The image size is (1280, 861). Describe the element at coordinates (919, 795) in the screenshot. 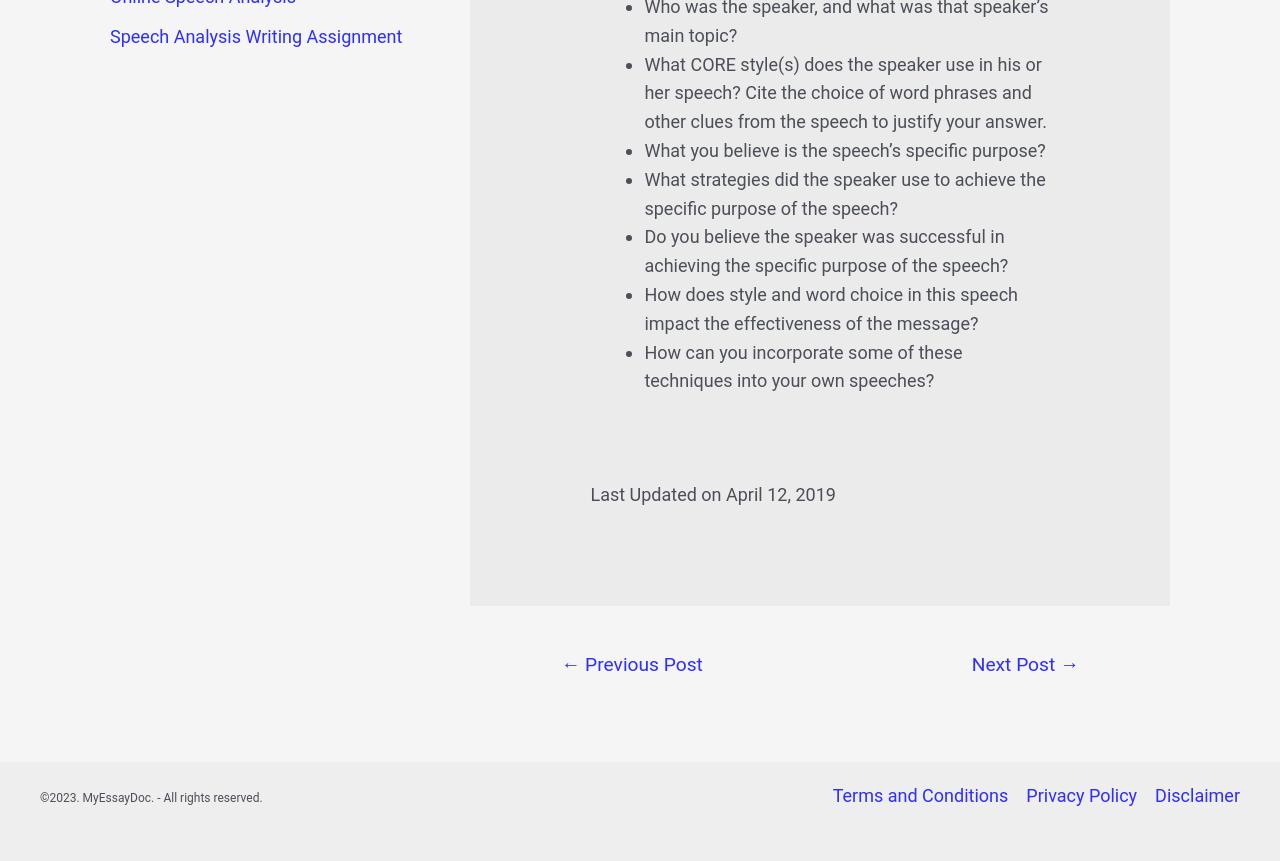

I see `'Terms and Conditions'` at that location.